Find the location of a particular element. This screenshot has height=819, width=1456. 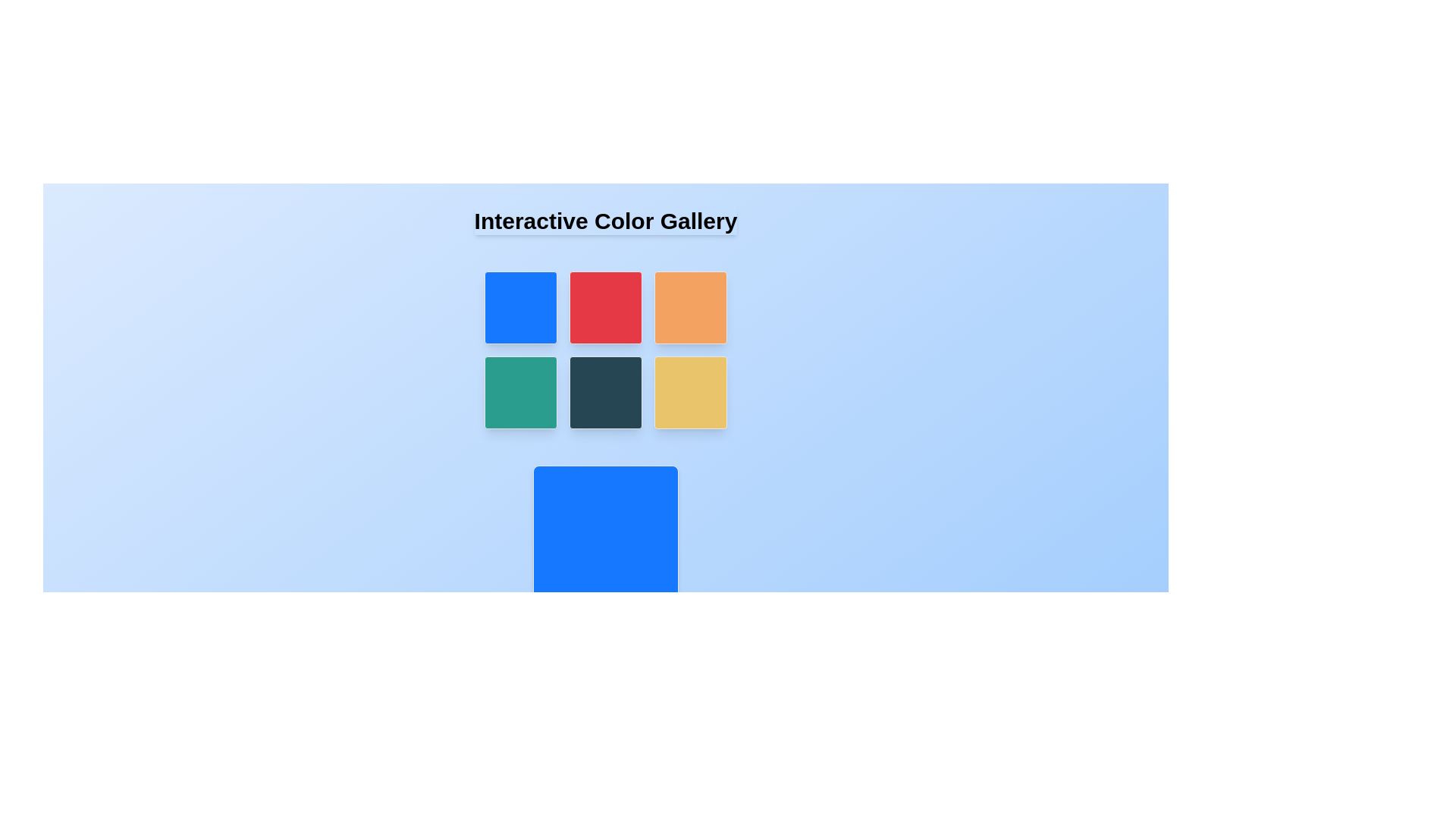

the square-shaped button with a dark teal background located in the middle column of the second row in the grid layout below the title 'Interactive Color Gallery' is located at coordinates (604, 391).